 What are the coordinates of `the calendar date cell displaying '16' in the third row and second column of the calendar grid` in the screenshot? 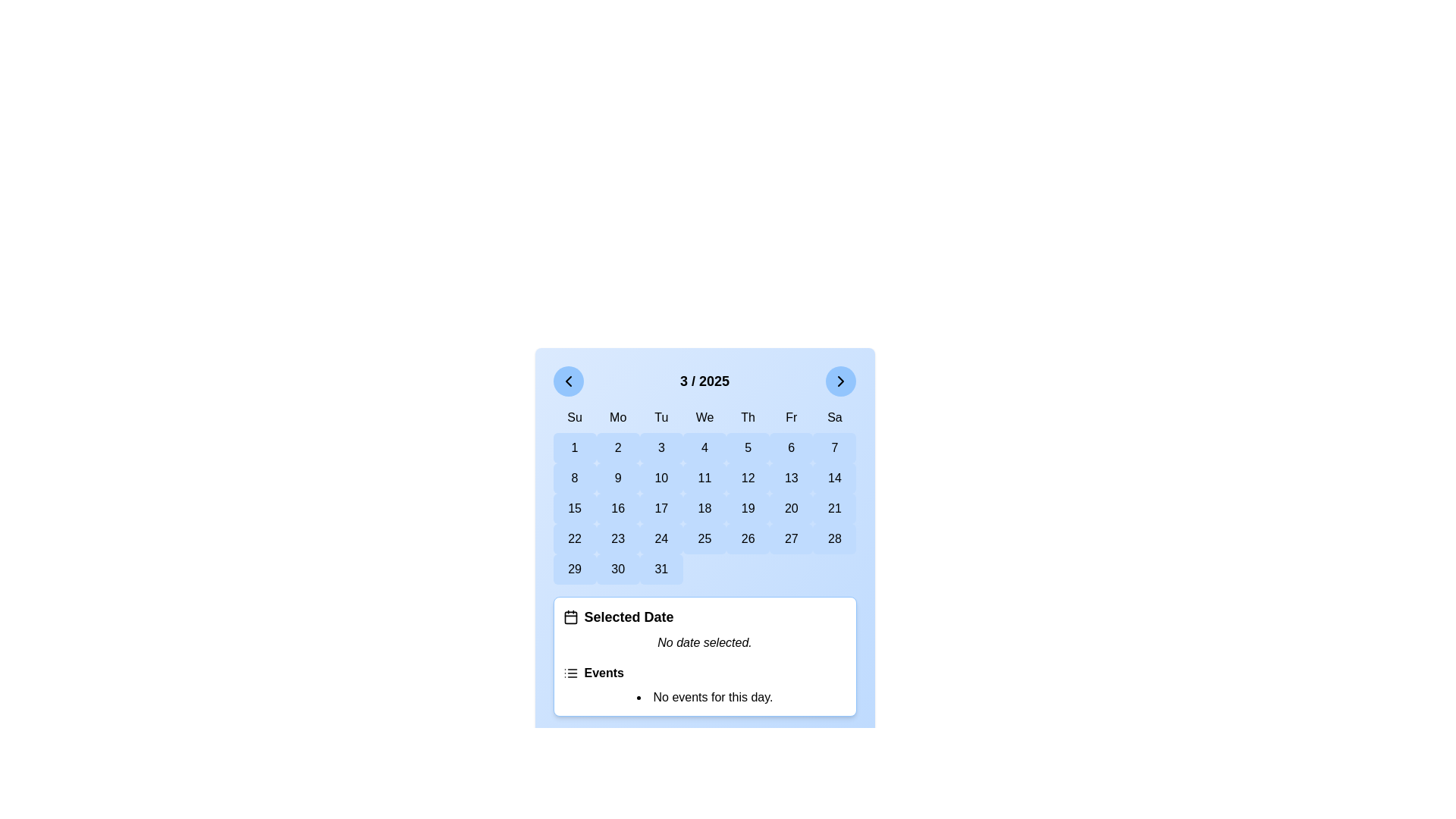 It's located at (618, 509).